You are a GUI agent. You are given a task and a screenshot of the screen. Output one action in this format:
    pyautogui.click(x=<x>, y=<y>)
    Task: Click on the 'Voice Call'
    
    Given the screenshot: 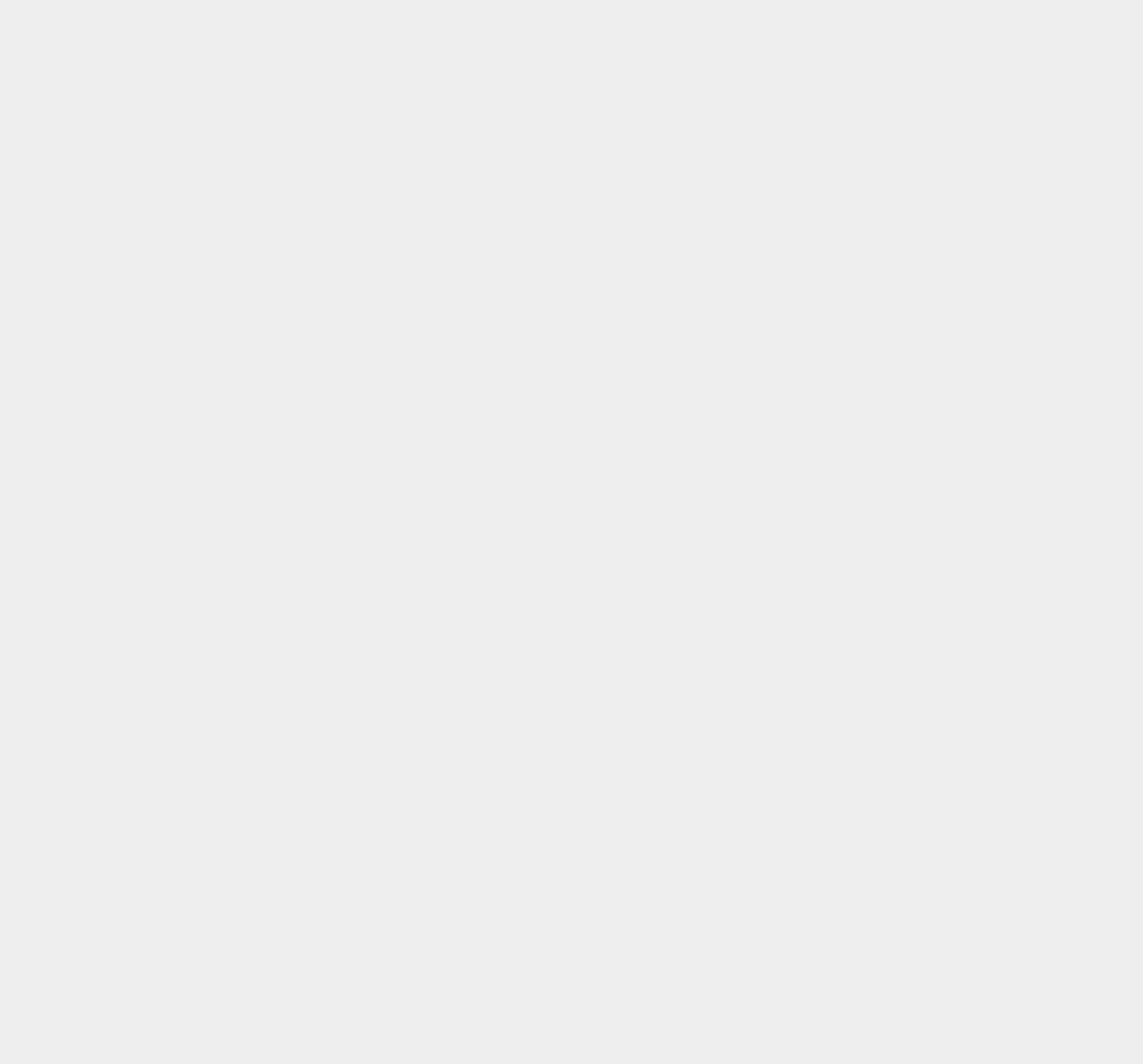 What is the action you would take?
    pyautogui.click(x=836, y=1016)
    